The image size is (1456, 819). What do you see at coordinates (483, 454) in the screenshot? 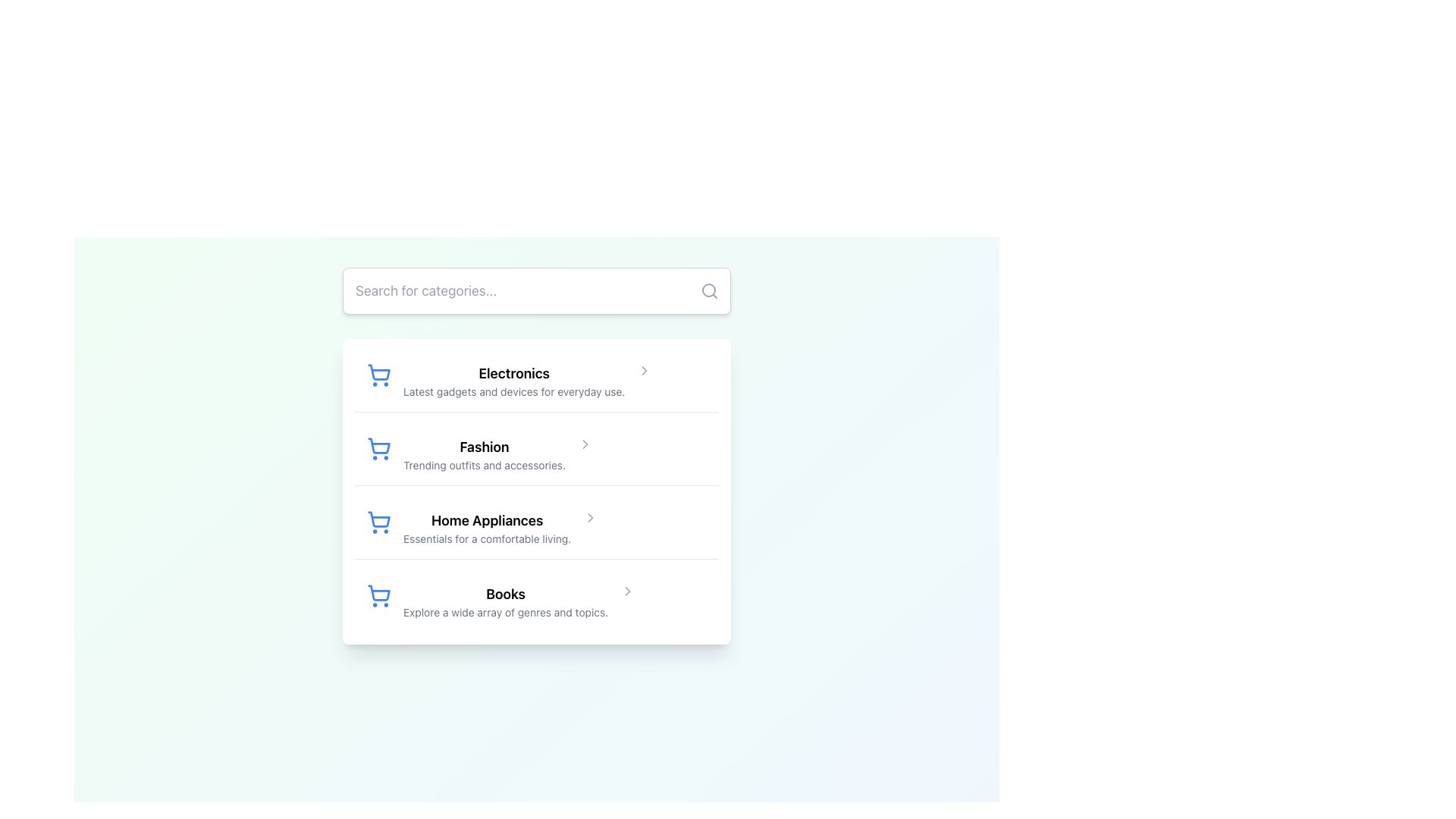
I see `text label for the 'Fashion' category, which is the second item in the vertical list, located between 'Electronics' and 'Home Appliances'` at bounding box center [483, 454].